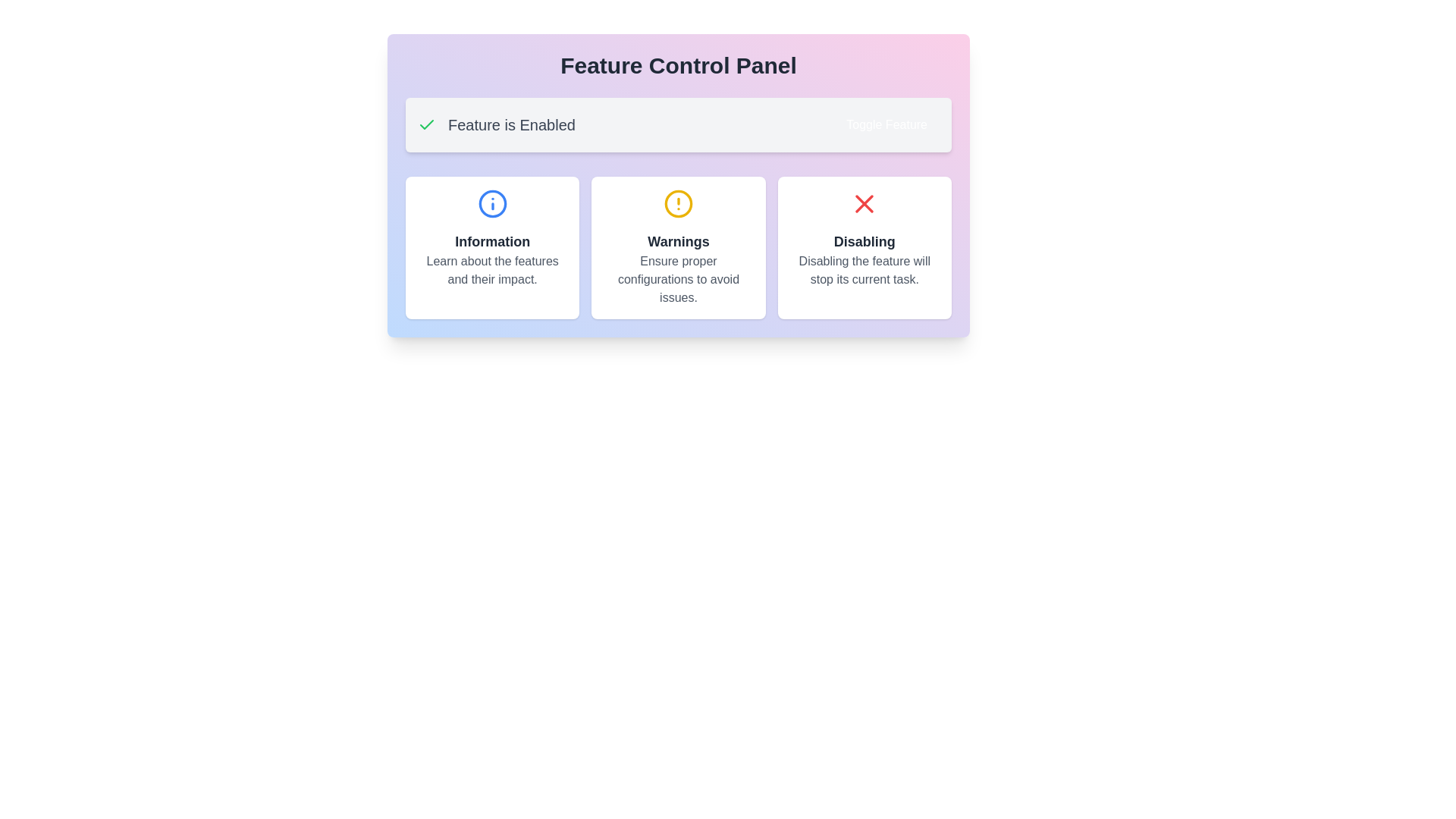 The height and width of the screenshot is (819, 1456). What do you see at coordinates (492, 203) in the screenshot?
I see `the blue circular outline of the informational icon within the 'Information' card located in the lower section of the 'Feature Control Panel' interface` at bounding box center [492, 203].